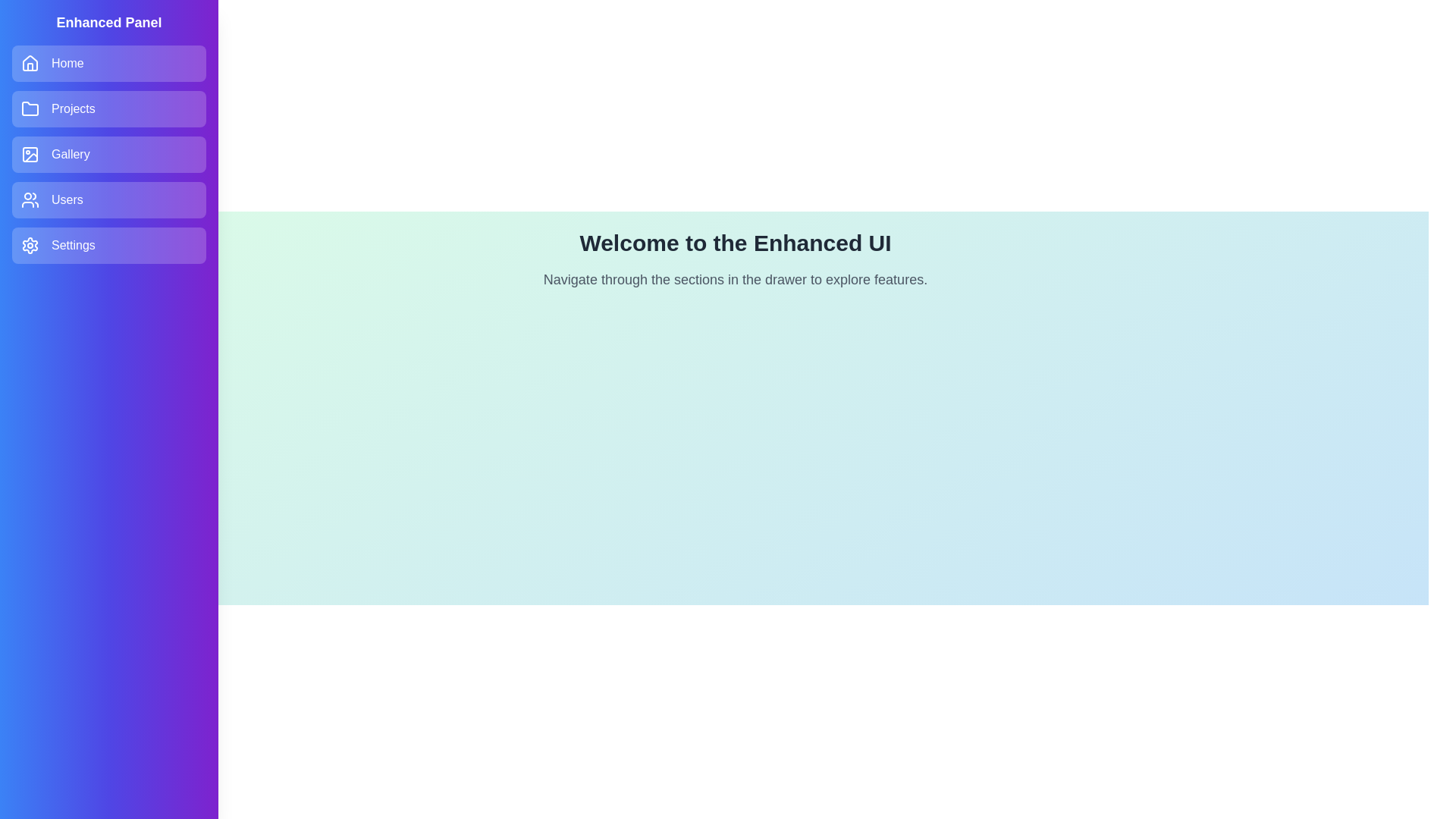 The image size is (1456, 819). What do you see at coordinates (108, 199) in the screenshot?
I see `the Users section in the drawer` at bounding box center [108, 199].